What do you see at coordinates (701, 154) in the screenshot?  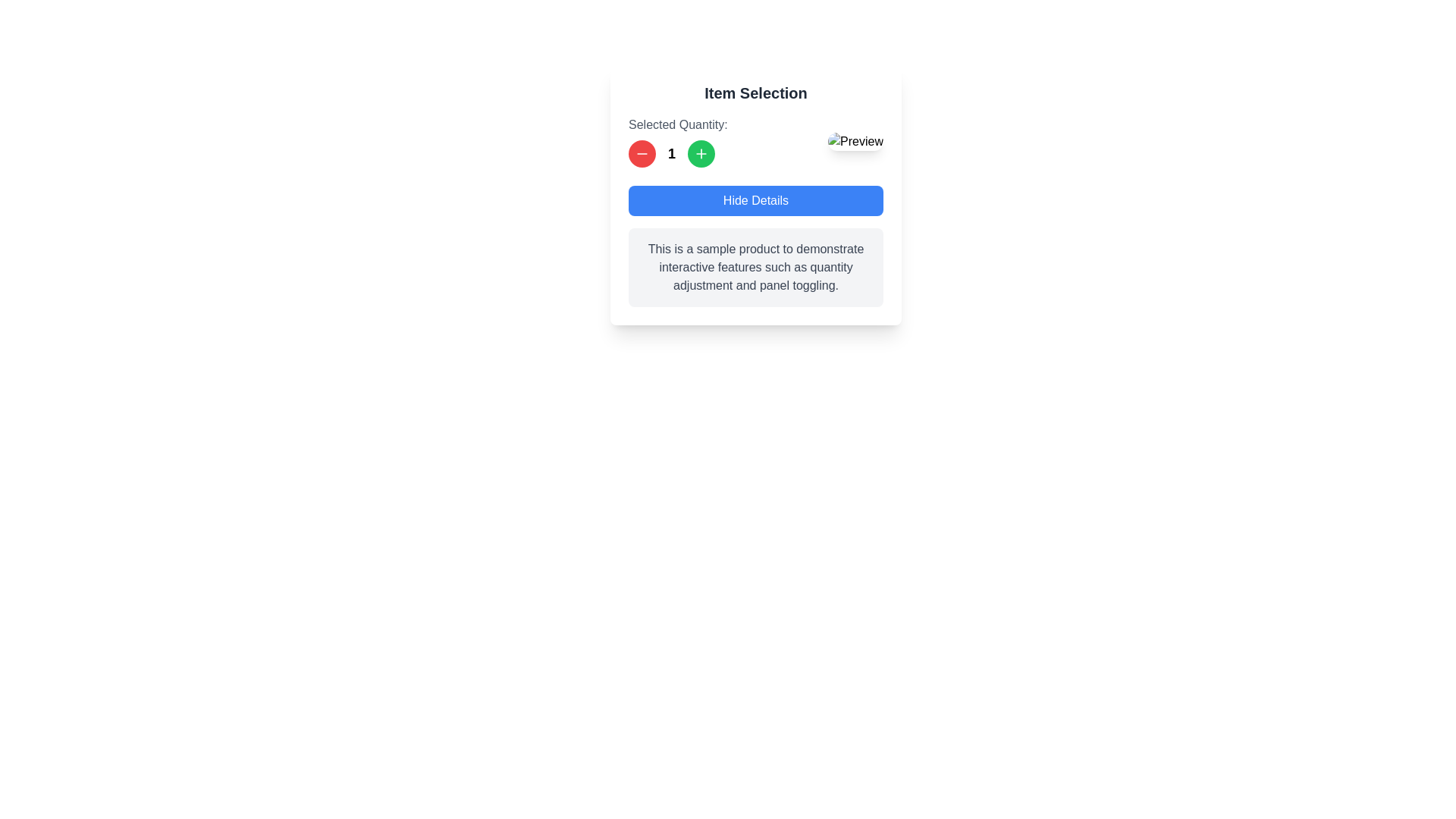 I see `the central increment button under the 'Selected Quantity' label to increase the quantity of the selected item` at bounding box center [701, 154].